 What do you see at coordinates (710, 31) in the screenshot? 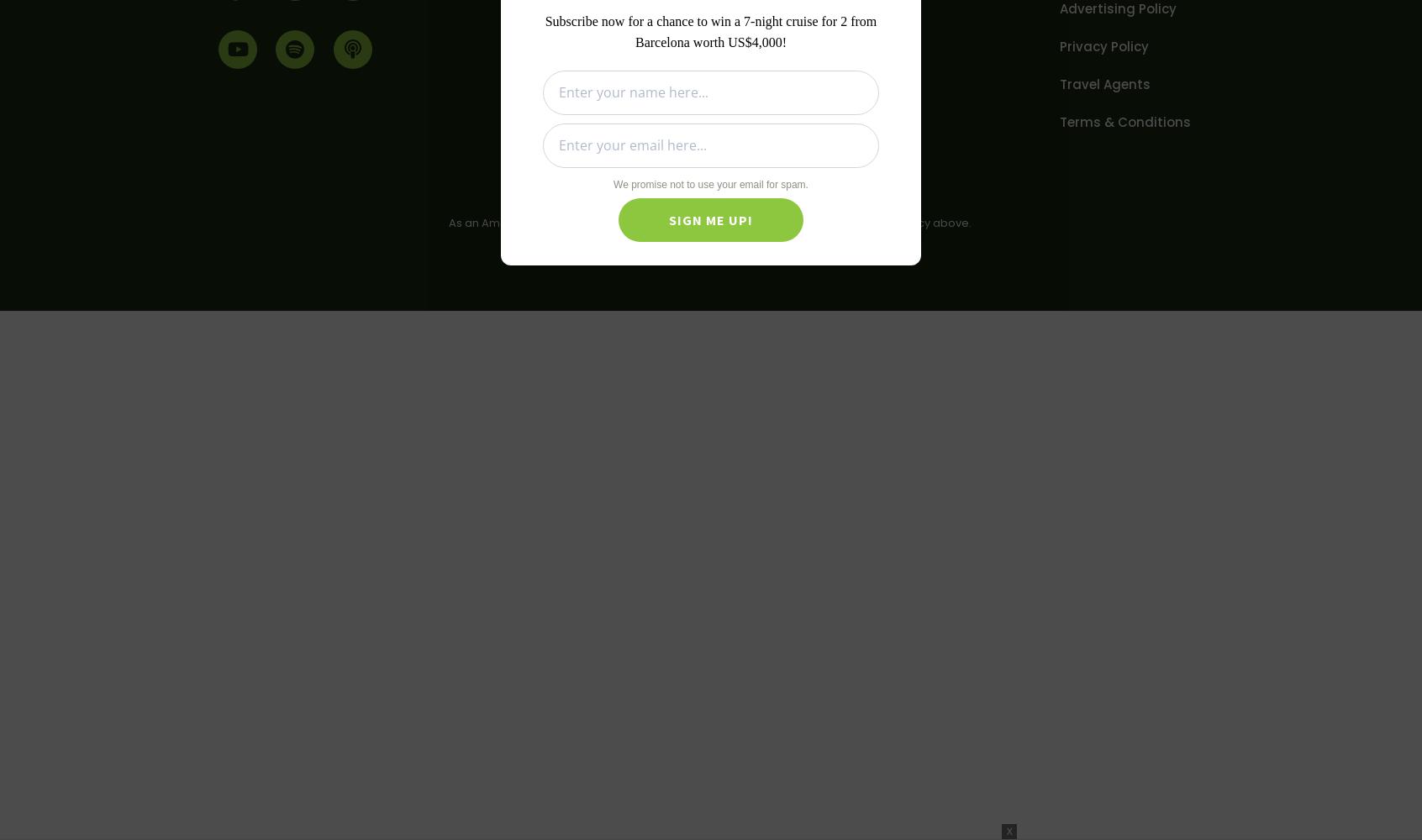
I see `'Subscribe now for a chance to win a 7-night cruise for 2 from Barcelona worth US$4,000!'` at bounding box center [710, 31].